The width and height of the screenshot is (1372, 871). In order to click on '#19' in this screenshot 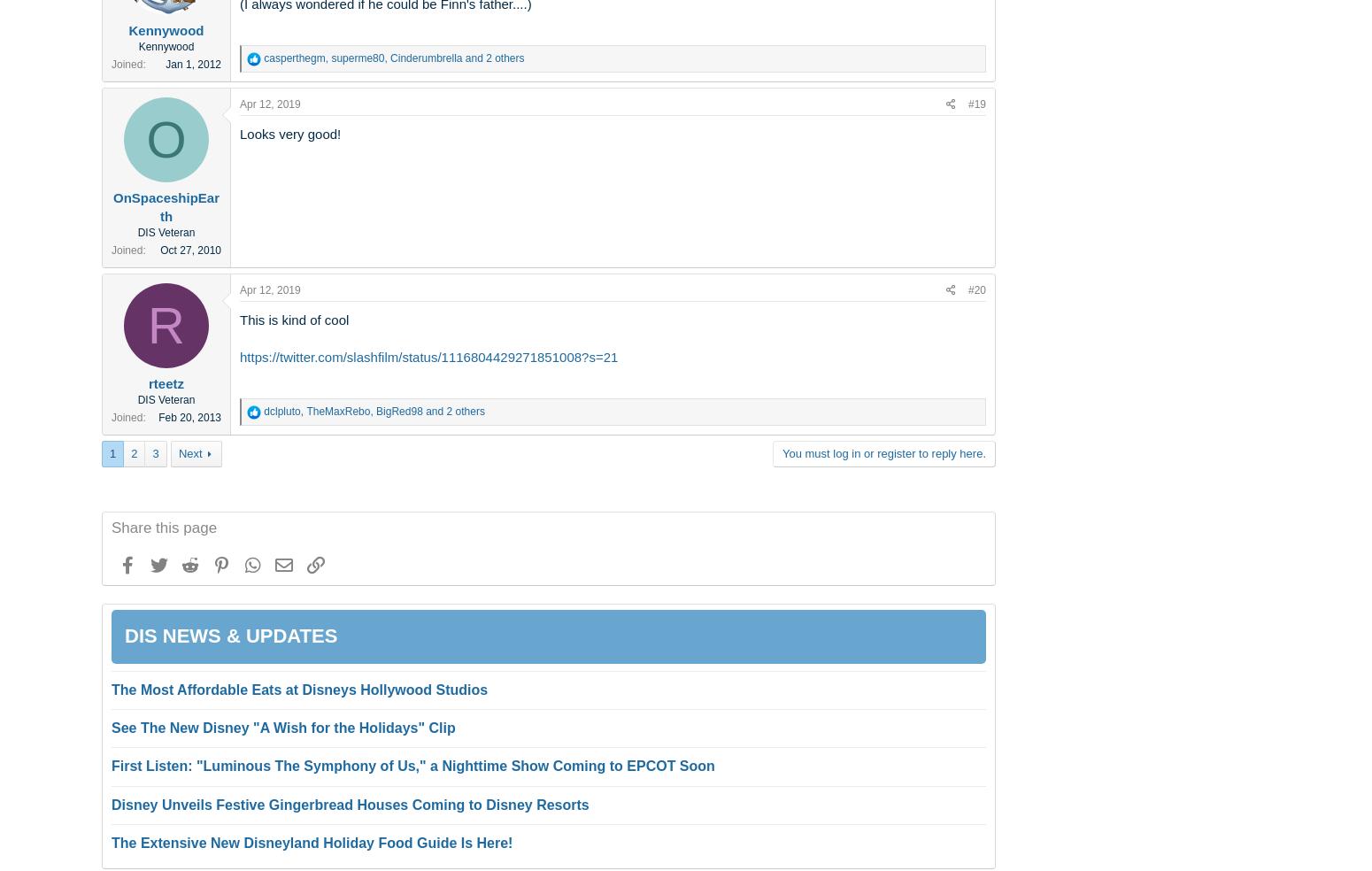, I will do `click(975, 102)`.